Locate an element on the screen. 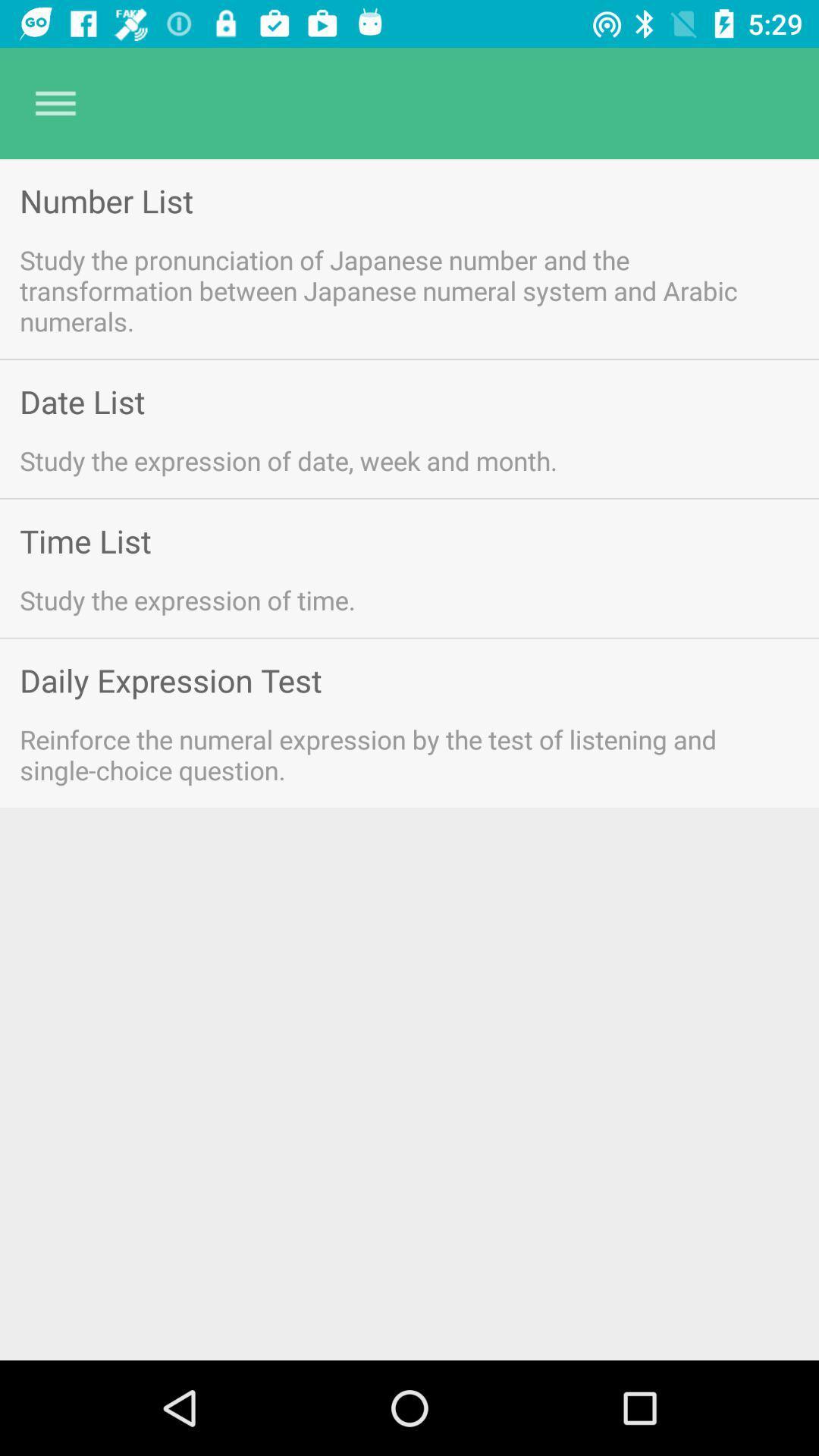 This screenshot has width=819, height=1456. the app above the study the expression app is located at coordinates (85, 541).